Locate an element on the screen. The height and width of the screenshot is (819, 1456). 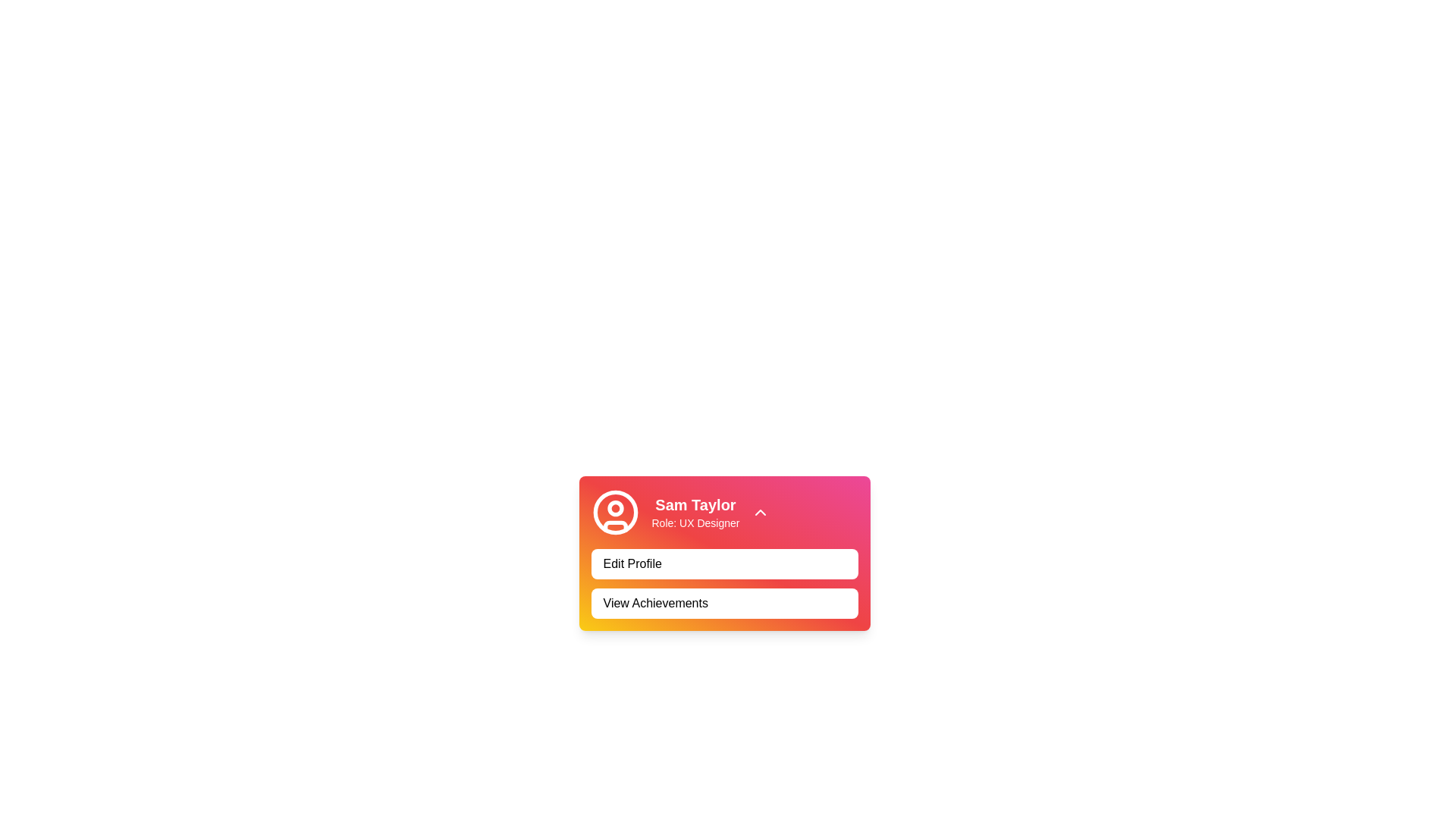
the visual decoration located at the bottom area of the circular user profile icon within the profile card is located at coordinates (615, 526).